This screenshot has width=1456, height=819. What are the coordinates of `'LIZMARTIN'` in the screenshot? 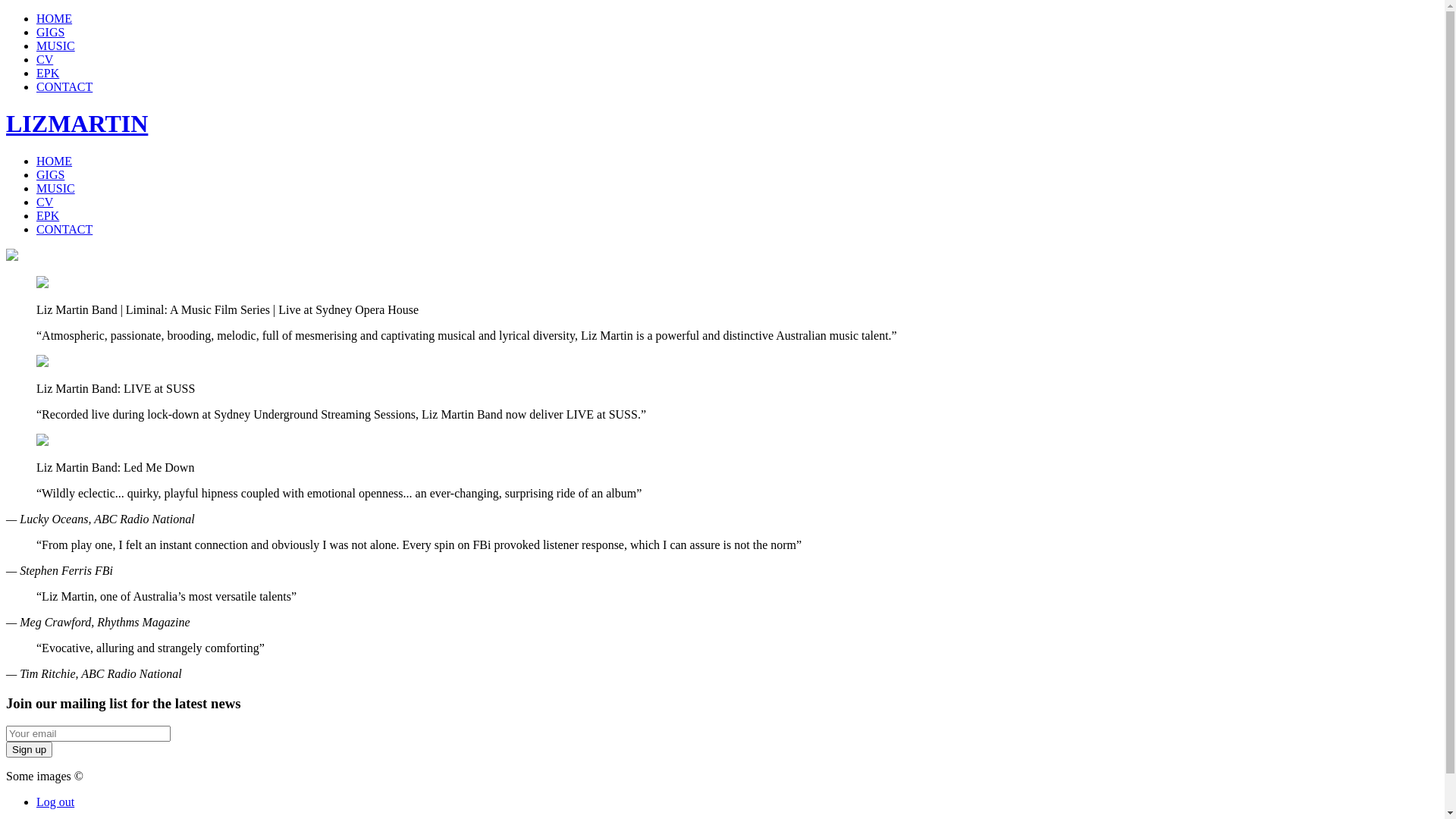 It's located at (76, 122).